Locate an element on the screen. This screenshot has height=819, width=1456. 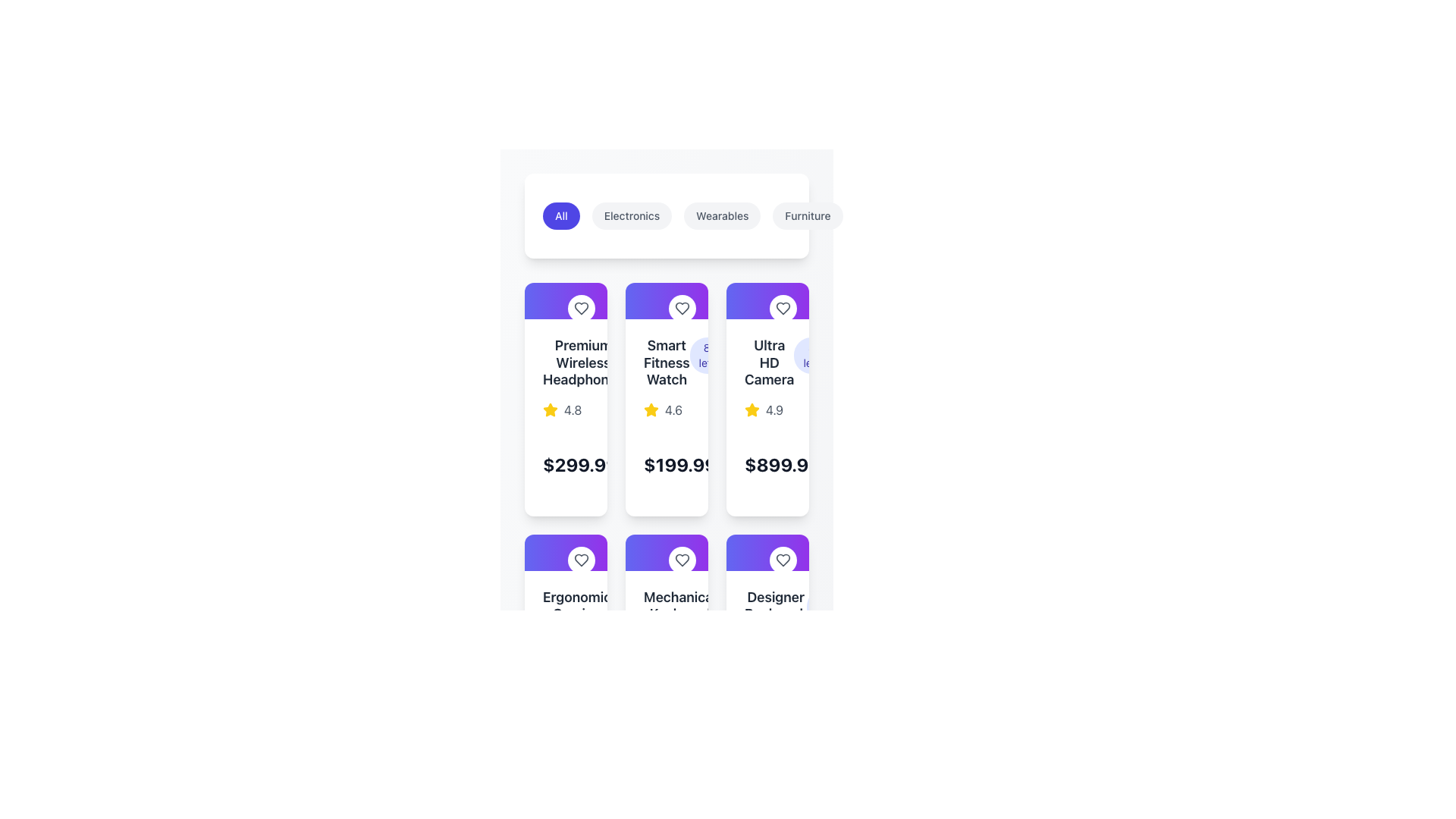
rating and price displayed in the Information display section of the product card, which is centrally located below the purple header is located at coordinates (767, 417).